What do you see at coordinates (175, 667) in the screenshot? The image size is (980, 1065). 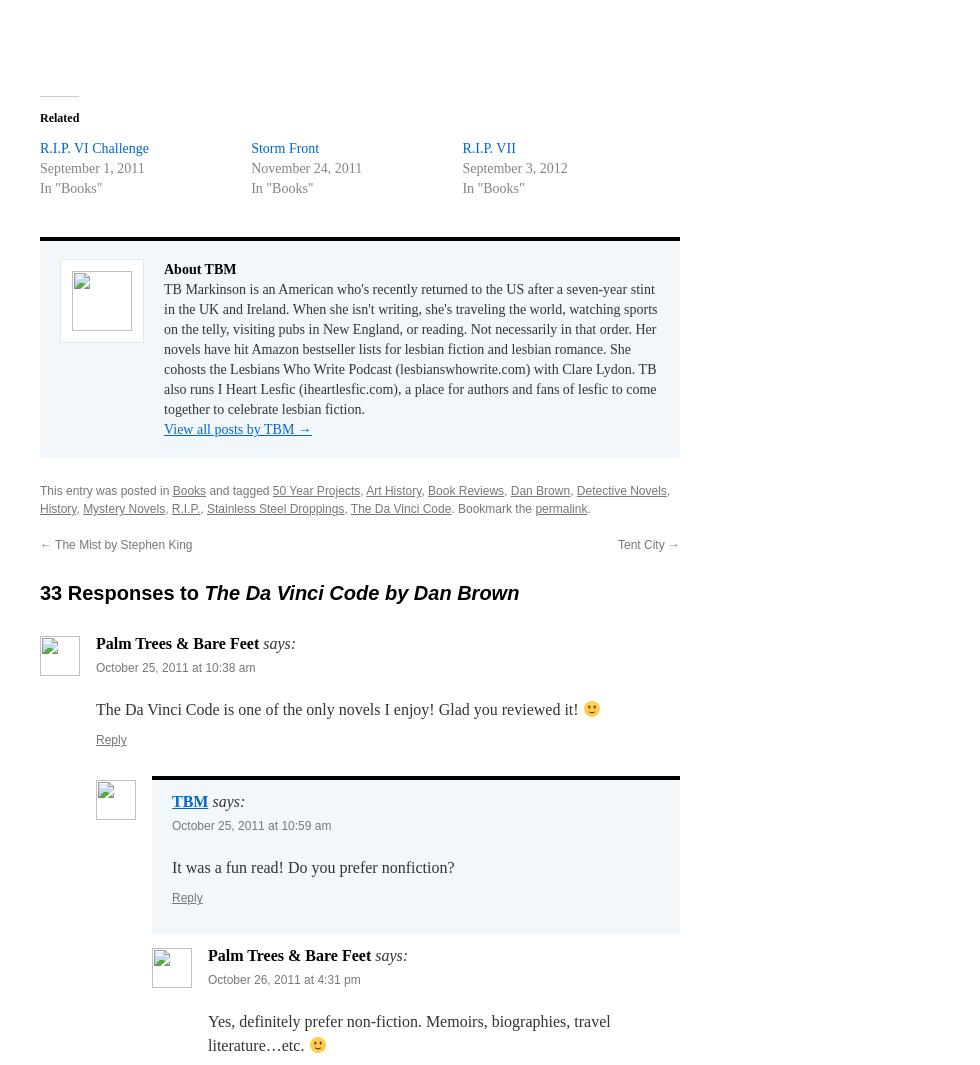 I see `'October 25, 2011 at 10:38 am'` at bounding box center [175, 667].